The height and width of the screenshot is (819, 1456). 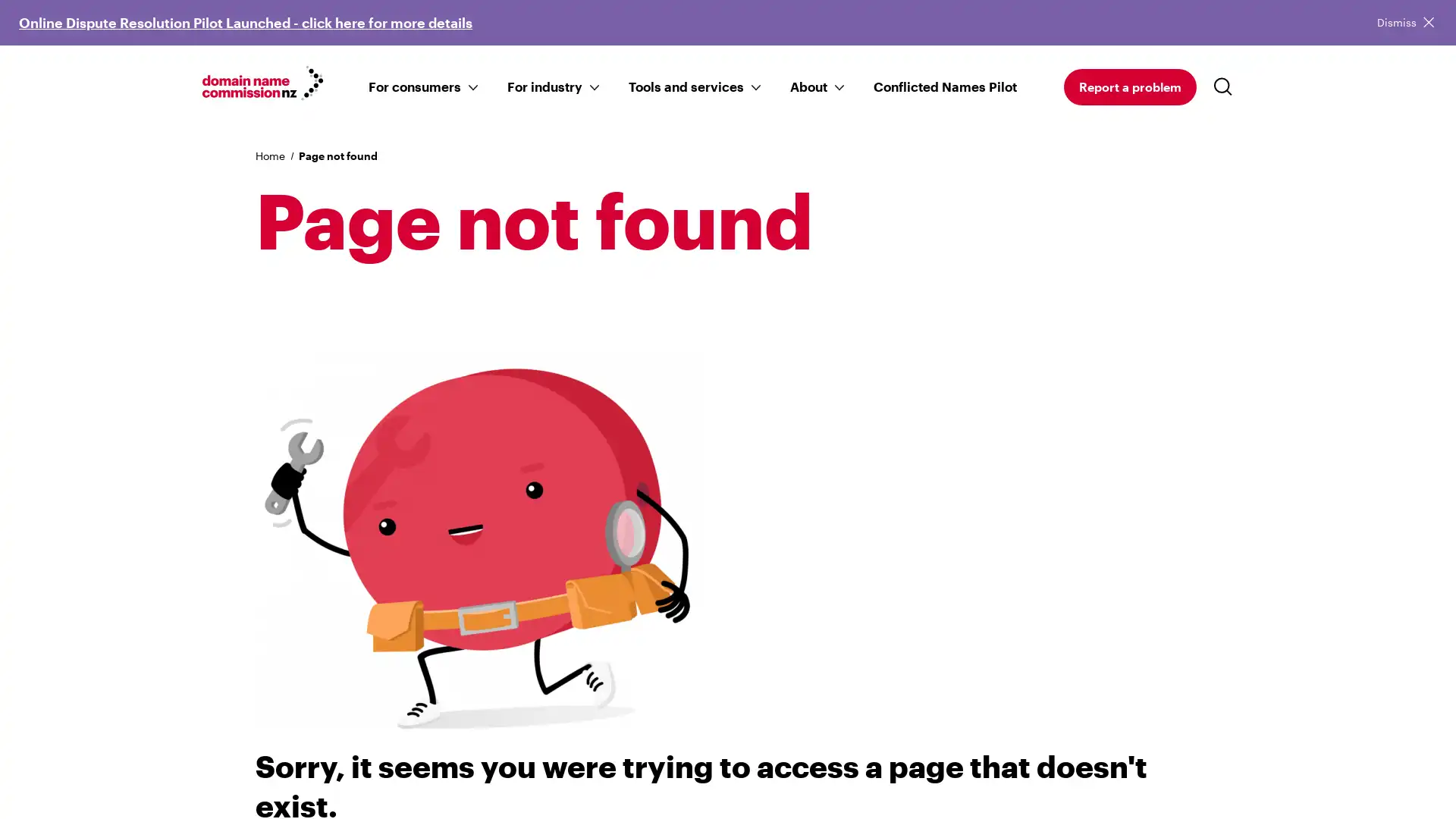 I want to click on For consumers, so click(x=414, y=84).